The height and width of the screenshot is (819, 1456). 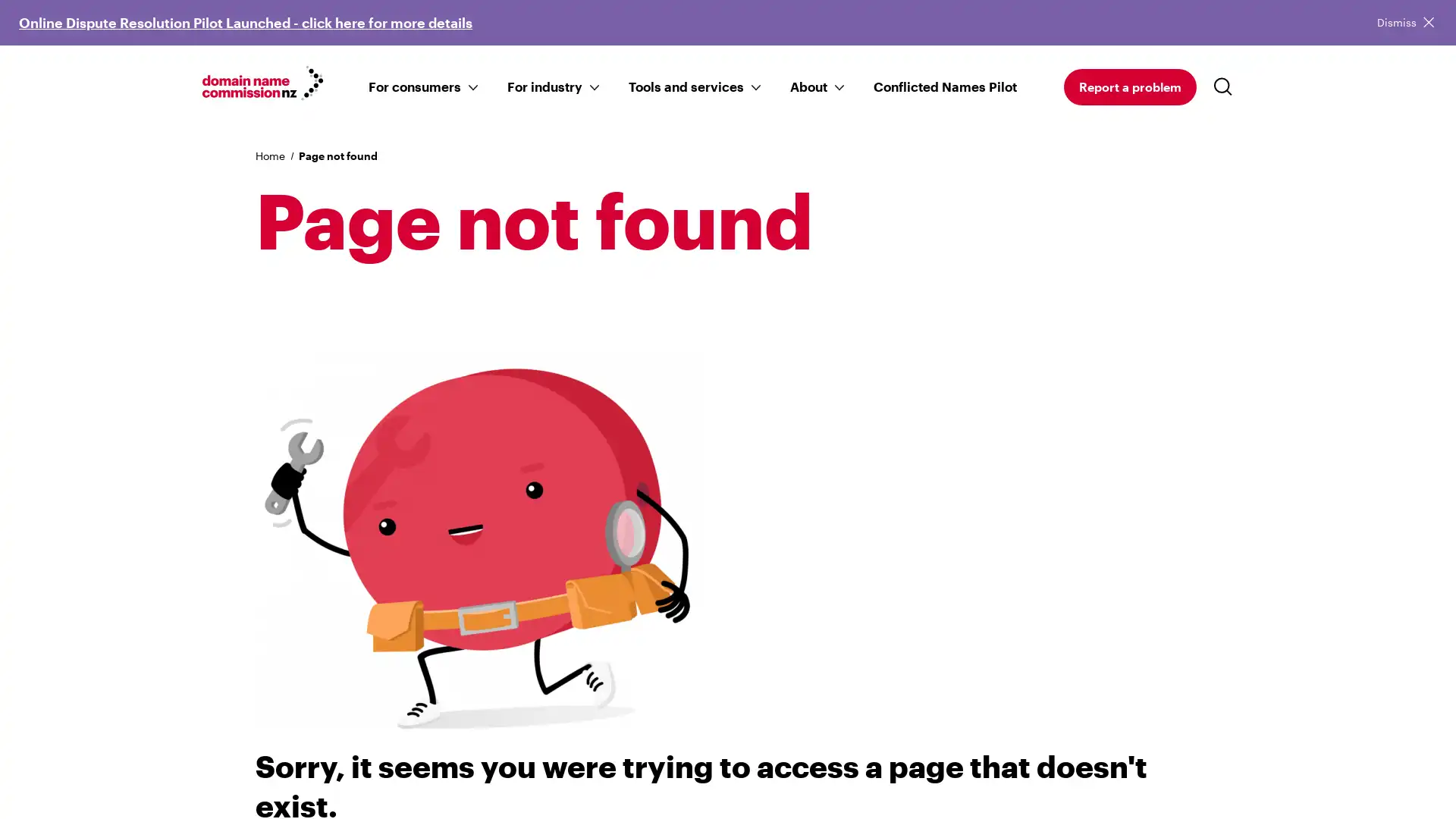 I want to click on For consumers, so click(x=414, y=84).